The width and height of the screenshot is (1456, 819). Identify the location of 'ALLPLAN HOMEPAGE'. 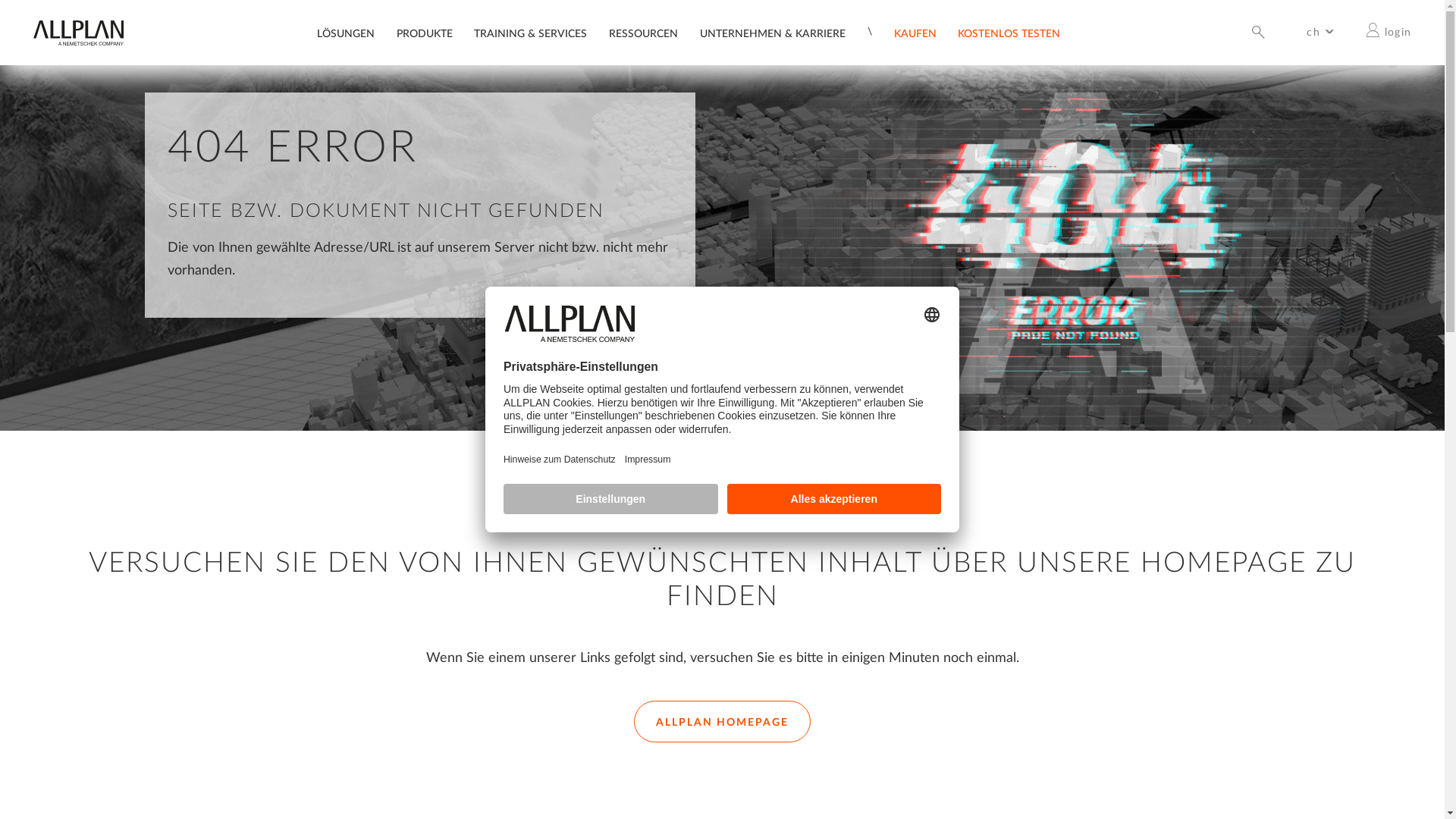
(633, 720).